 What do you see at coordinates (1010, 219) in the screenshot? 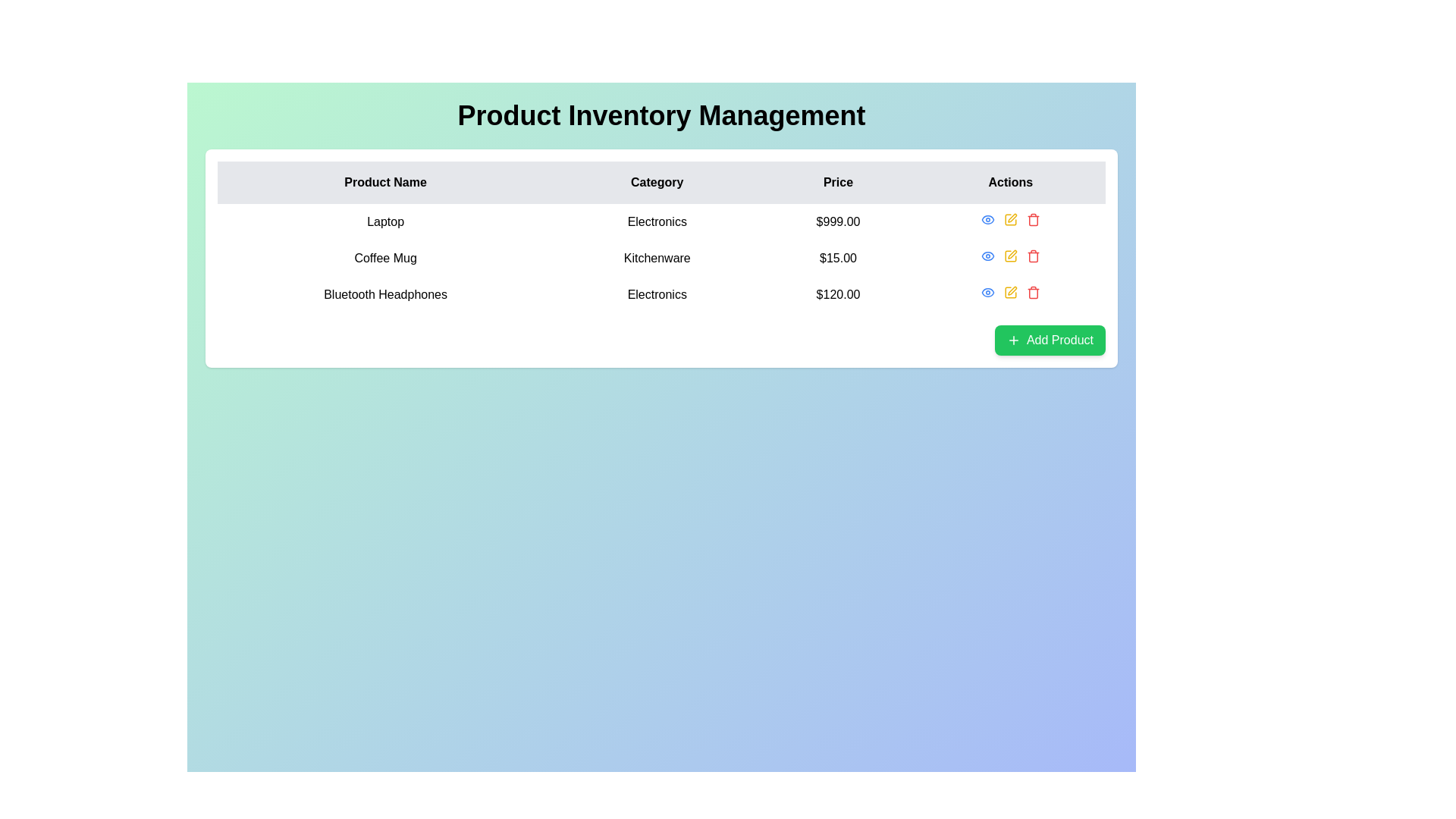
I see `the edit icon` at bounding box center [1010, 219].